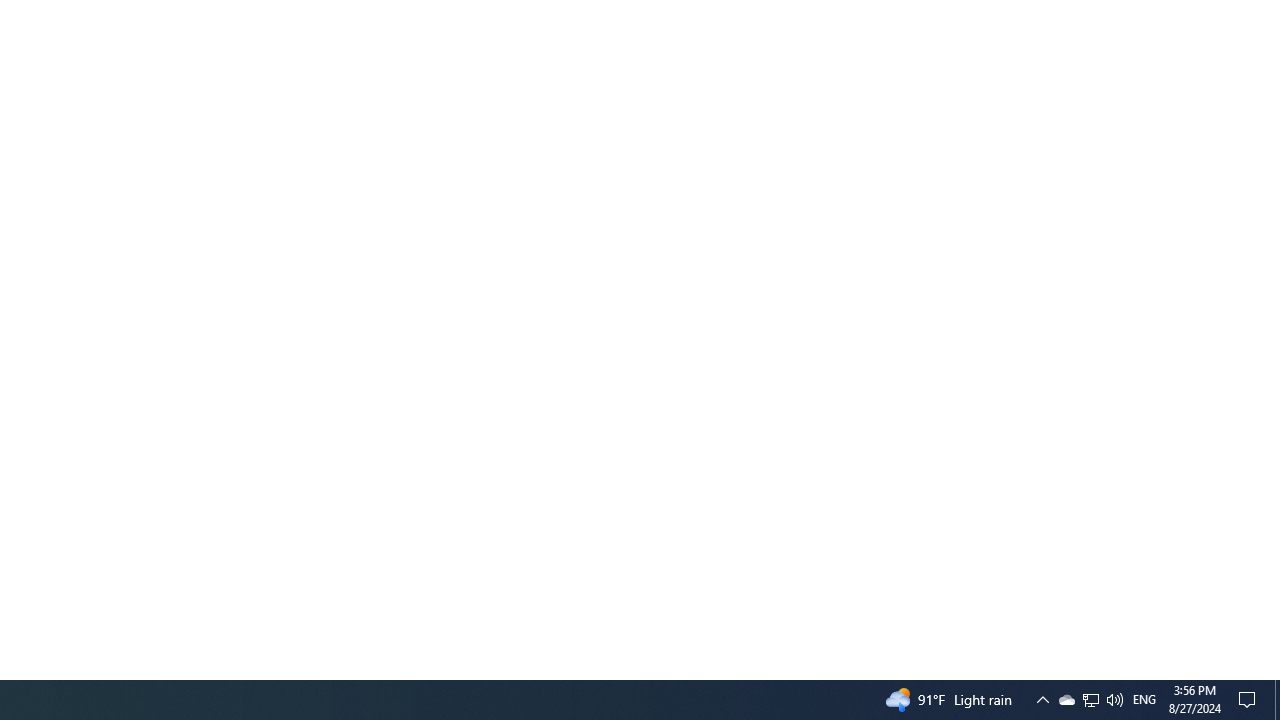  I want to click on 'Notification Chevron', so click(1041, 698).